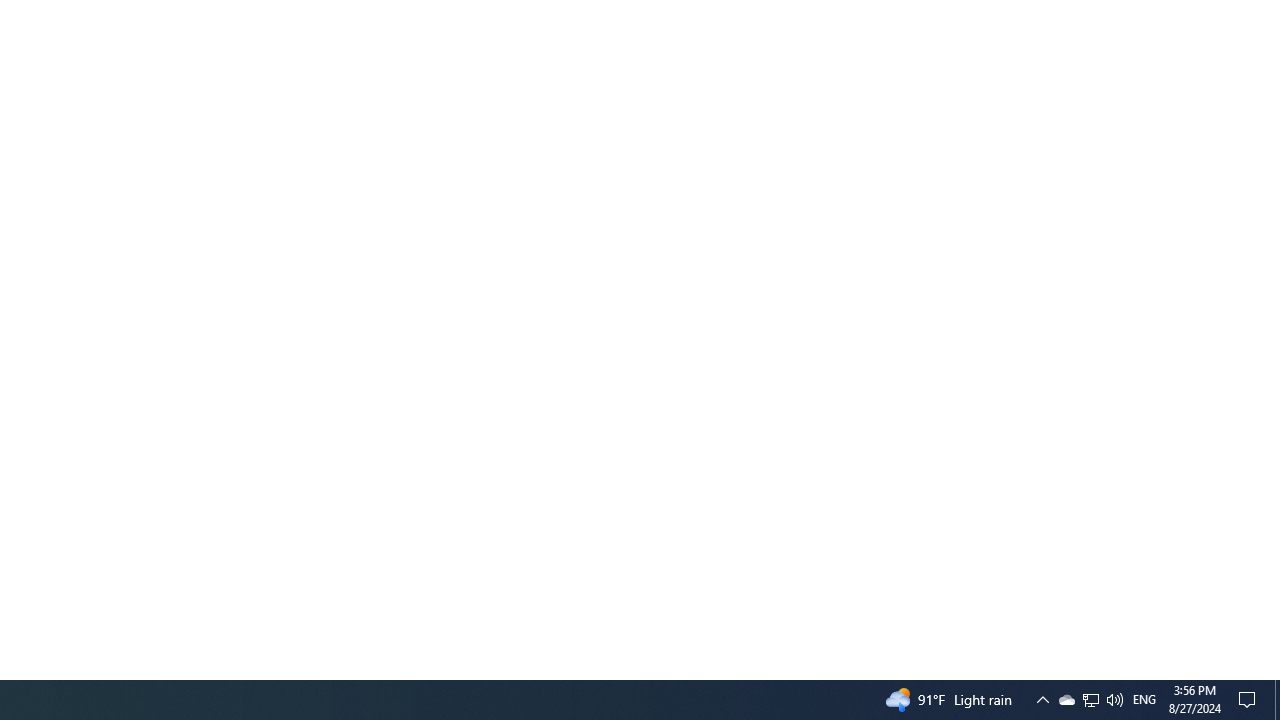  I want to click on 'Notification Chevron', so click(1041, 698).